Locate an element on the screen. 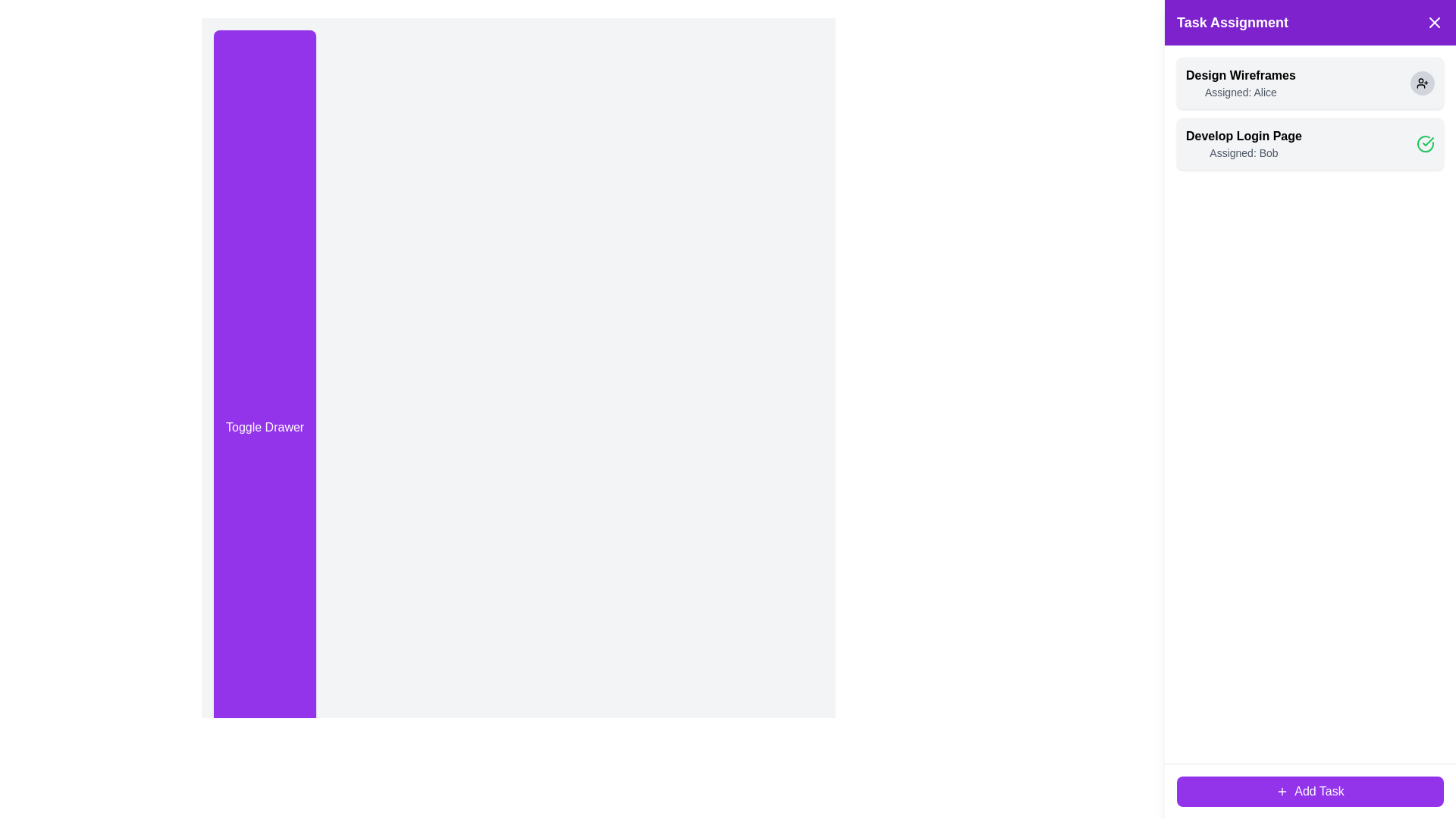 Image resolution: width=1456 pixels, height=819 pixels. the second Task Card (Informational Block) in the vertical list under the 'Task Assignment' panel, which summarizes the assigned task and its status is located at coordinates (1310, 143).